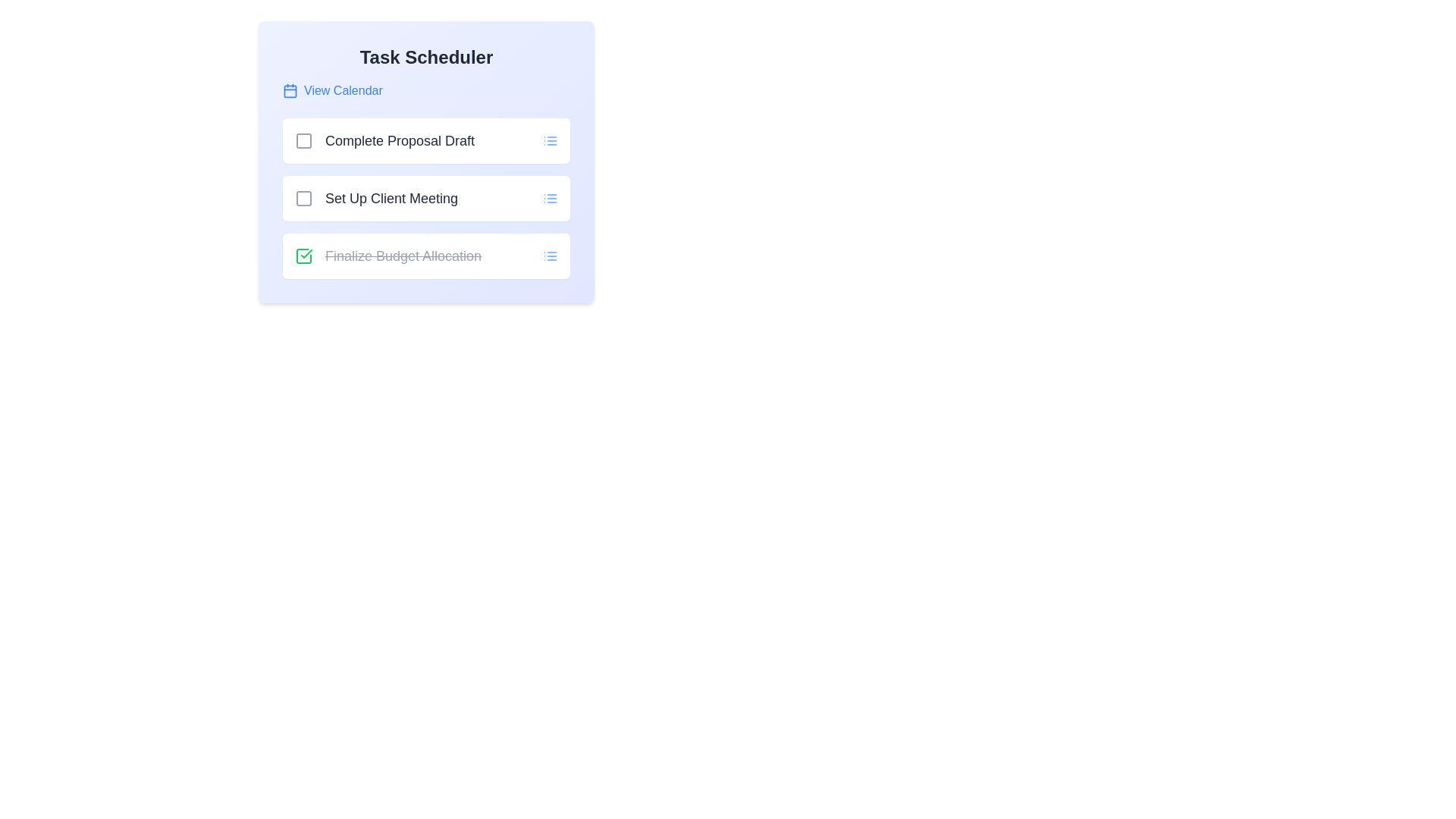 Image resolution: width=1456 pixels, height=819 pixels. What do you see at coordinates (549, 256) in the screenshot?
I see `the 'More Options' icon for the task 'Finalize Budget Allocation'` at bounding box center [549, 256].